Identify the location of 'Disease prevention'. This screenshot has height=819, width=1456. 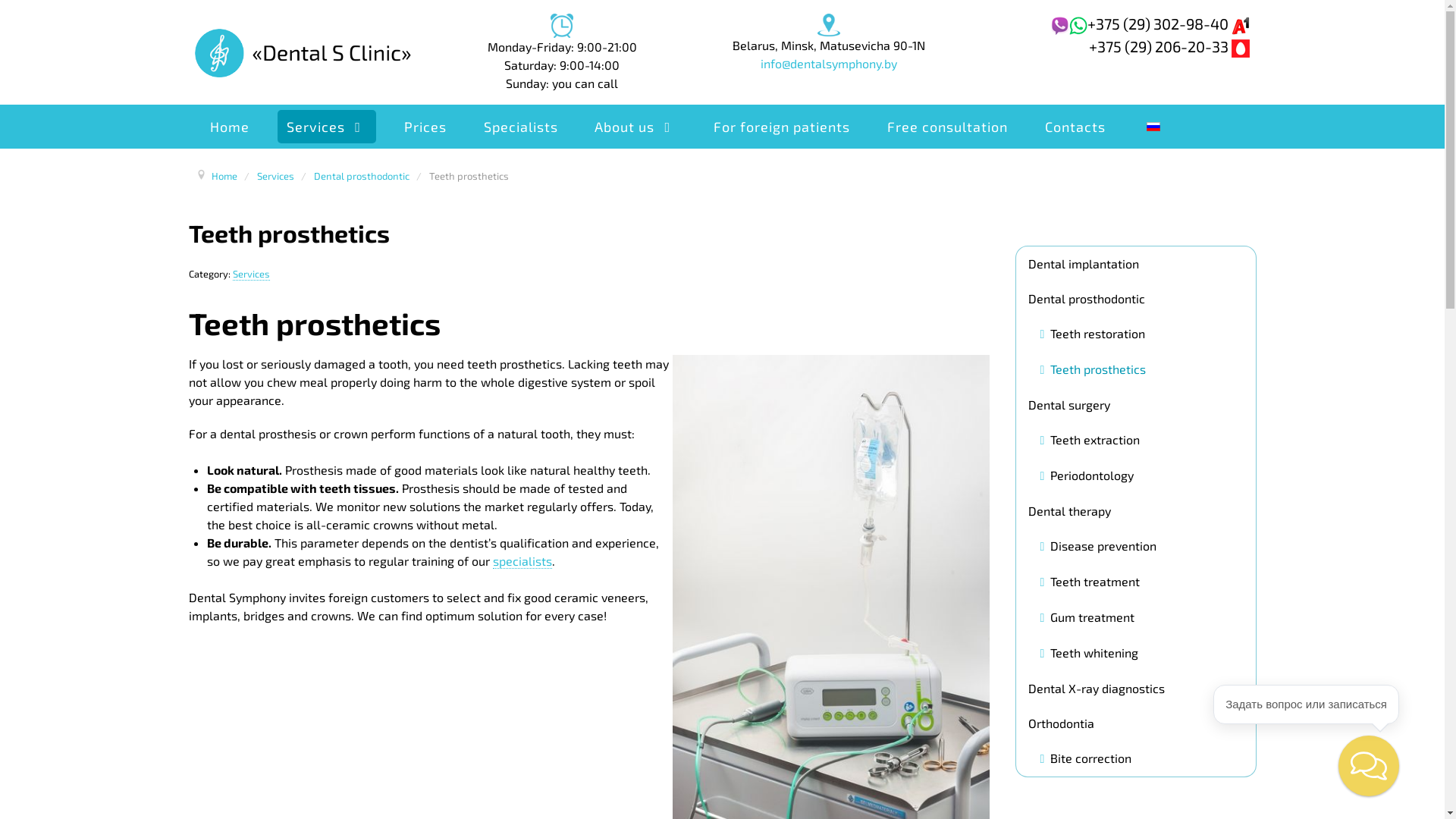
(1099, 544).